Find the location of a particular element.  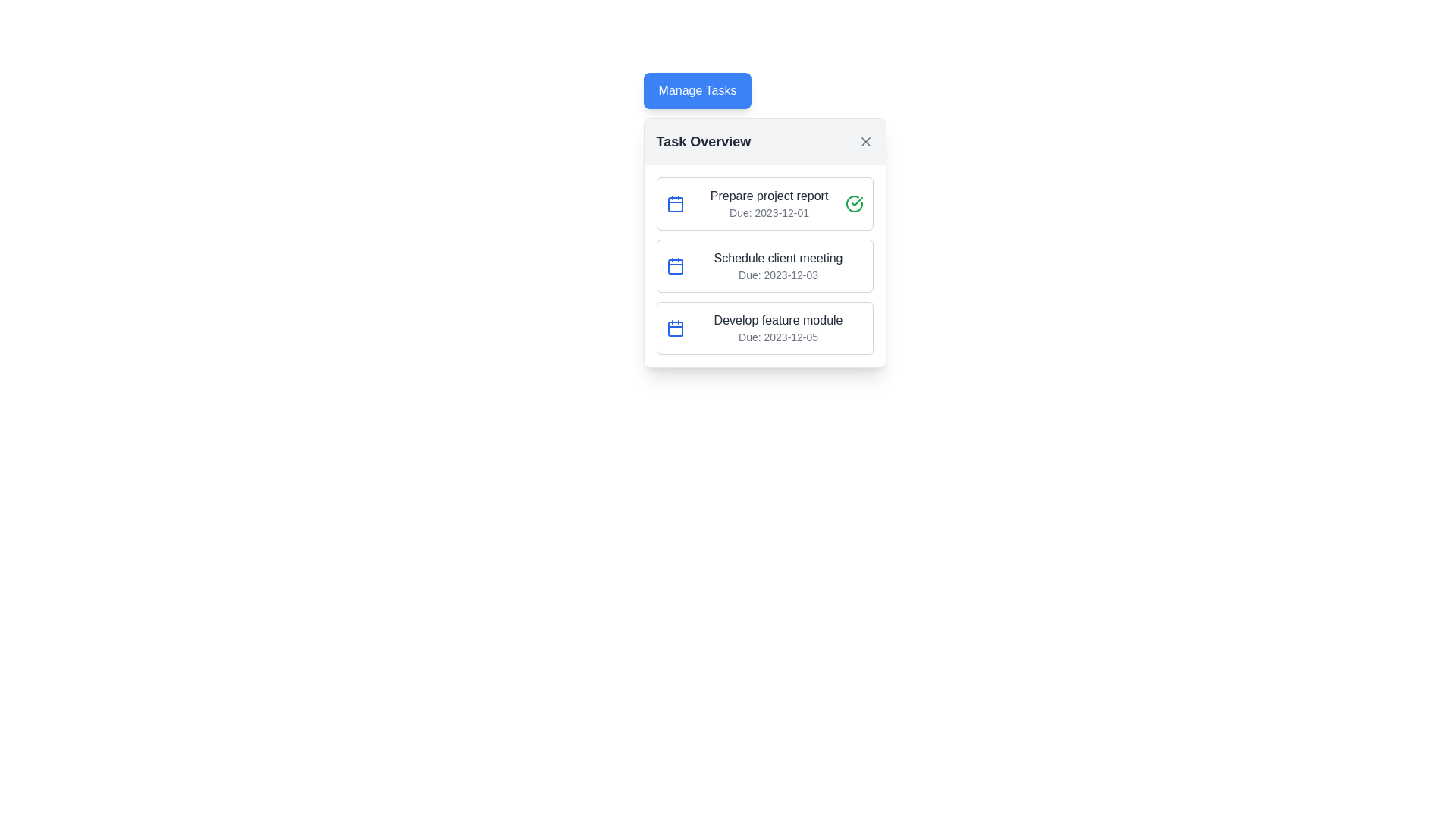

the 'X' button located at the top-right corner of the 'Task Overview' header for keyboard interaction is located at coordinates (865, 141).